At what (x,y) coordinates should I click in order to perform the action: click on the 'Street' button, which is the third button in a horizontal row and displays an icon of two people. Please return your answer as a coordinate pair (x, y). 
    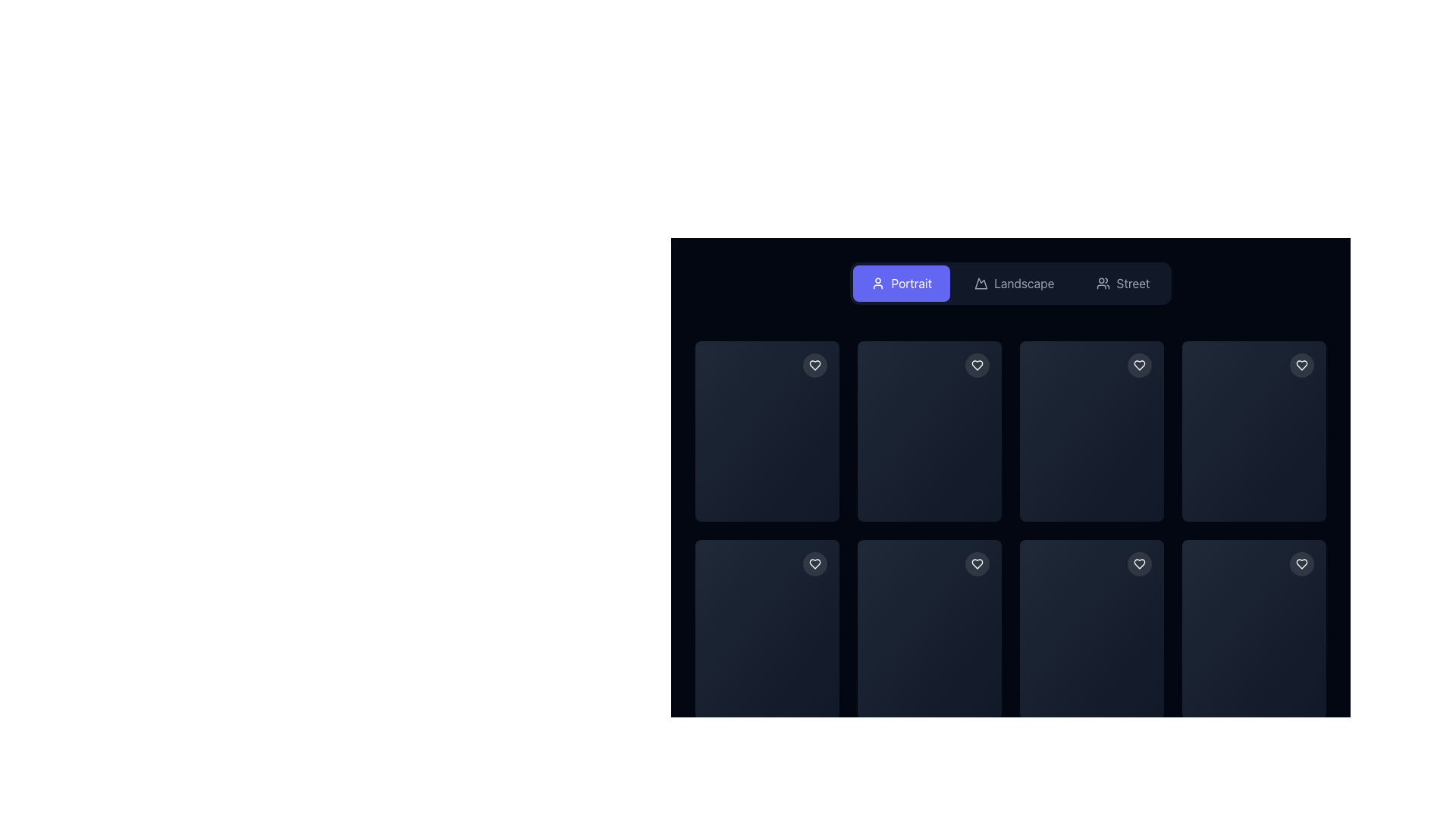
    Looking at the image, I should click on (1123, 284).